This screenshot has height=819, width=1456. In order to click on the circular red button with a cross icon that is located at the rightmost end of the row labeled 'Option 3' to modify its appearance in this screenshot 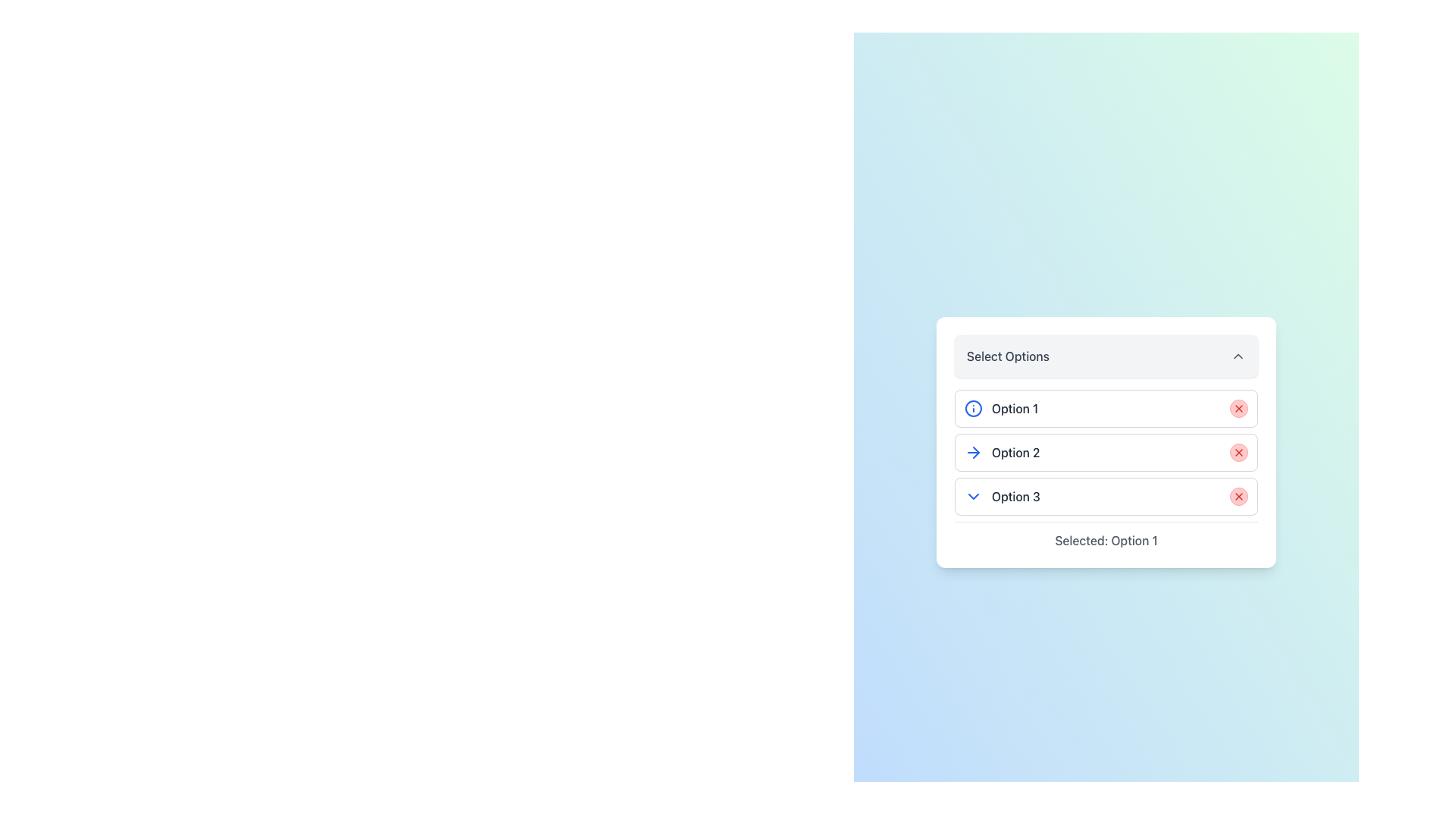, I will do `click(1238, 496)`.